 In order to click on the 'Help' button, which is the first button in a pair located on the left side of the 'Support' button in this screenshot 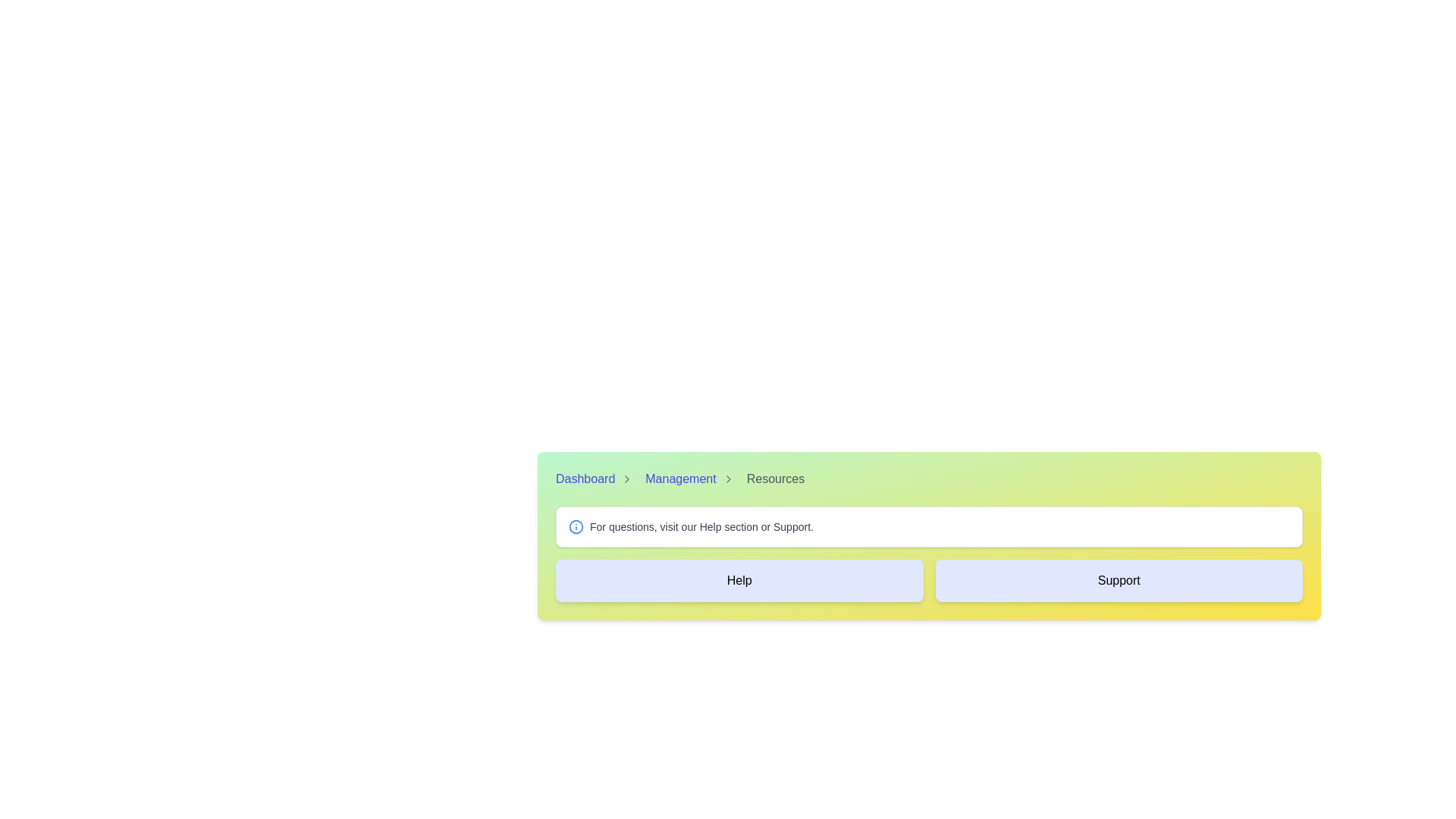, I will do `click(739, 580)`.